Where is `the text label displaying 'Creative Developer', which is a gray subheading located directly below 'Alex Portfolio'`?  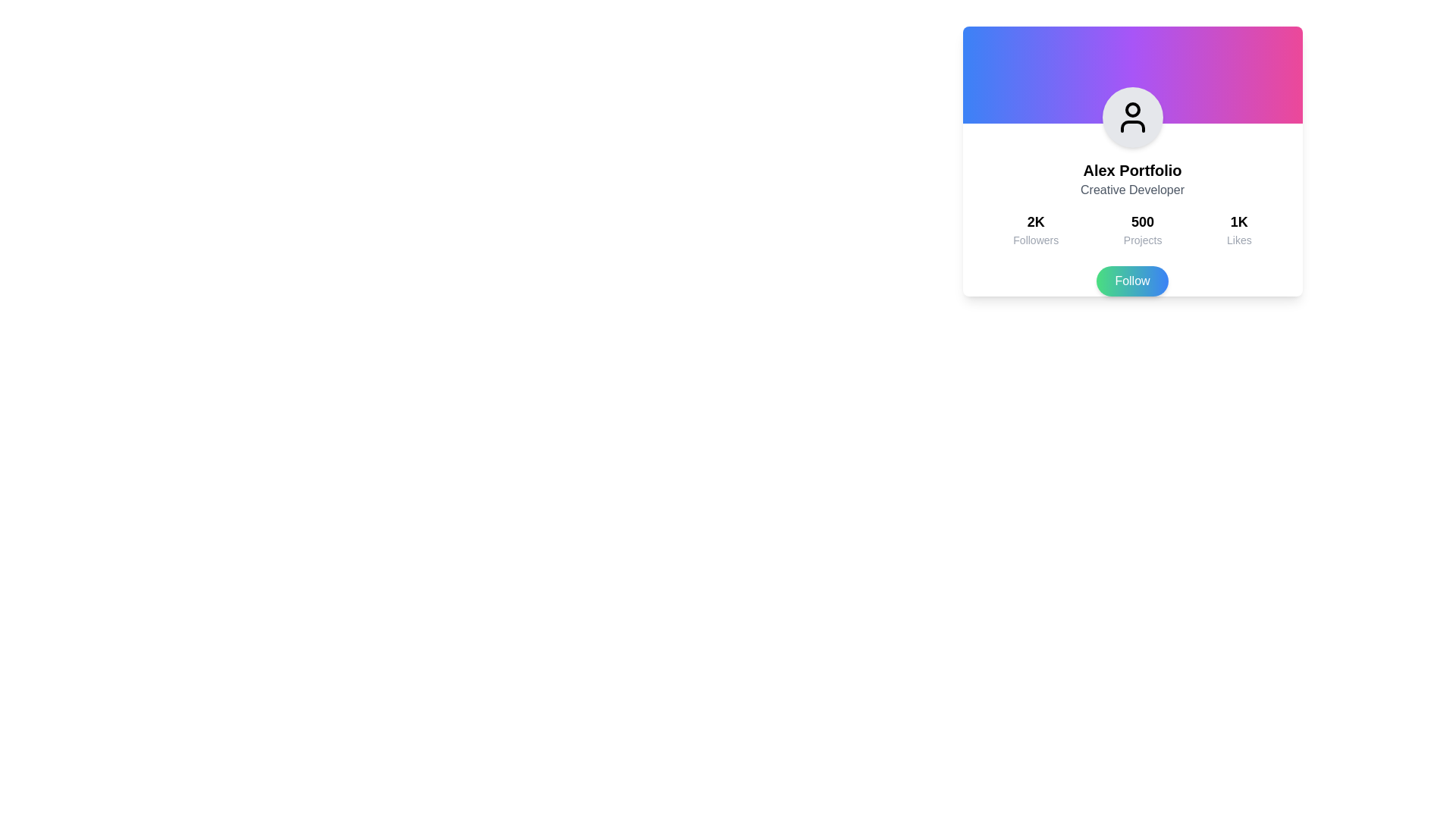
the text label displaying 'Creative Developer', which is a gray subheading located directly below 'Alex Portfolio' is located at coordinates (1132, 189).